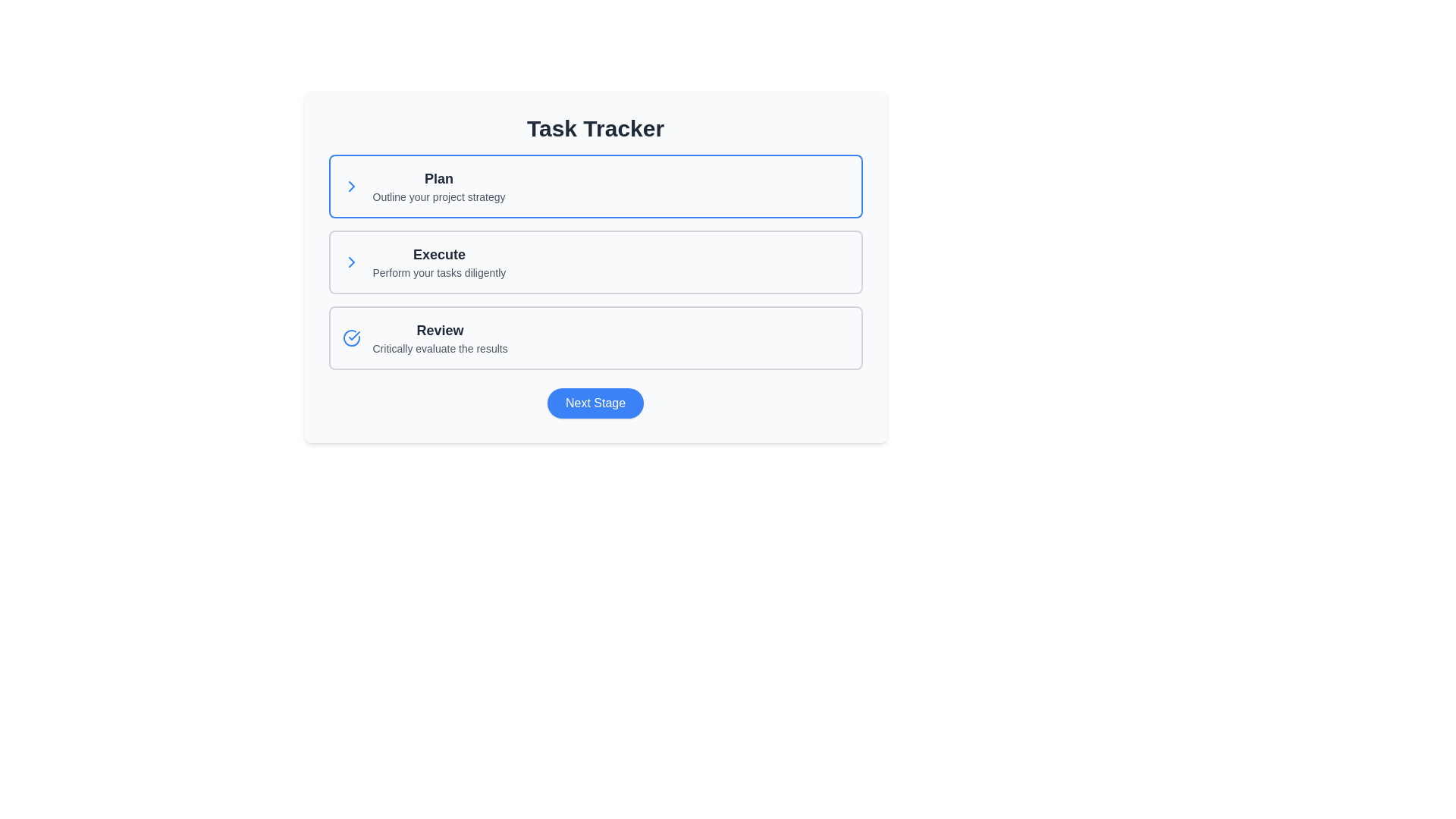 This screenshot has width=1456, height=819. I want to click on the text label displaying 'Review' which is styled in a bold, larger font size and is positioned at the top of its section, just above a smaller explanatory text, so click(439, 329).